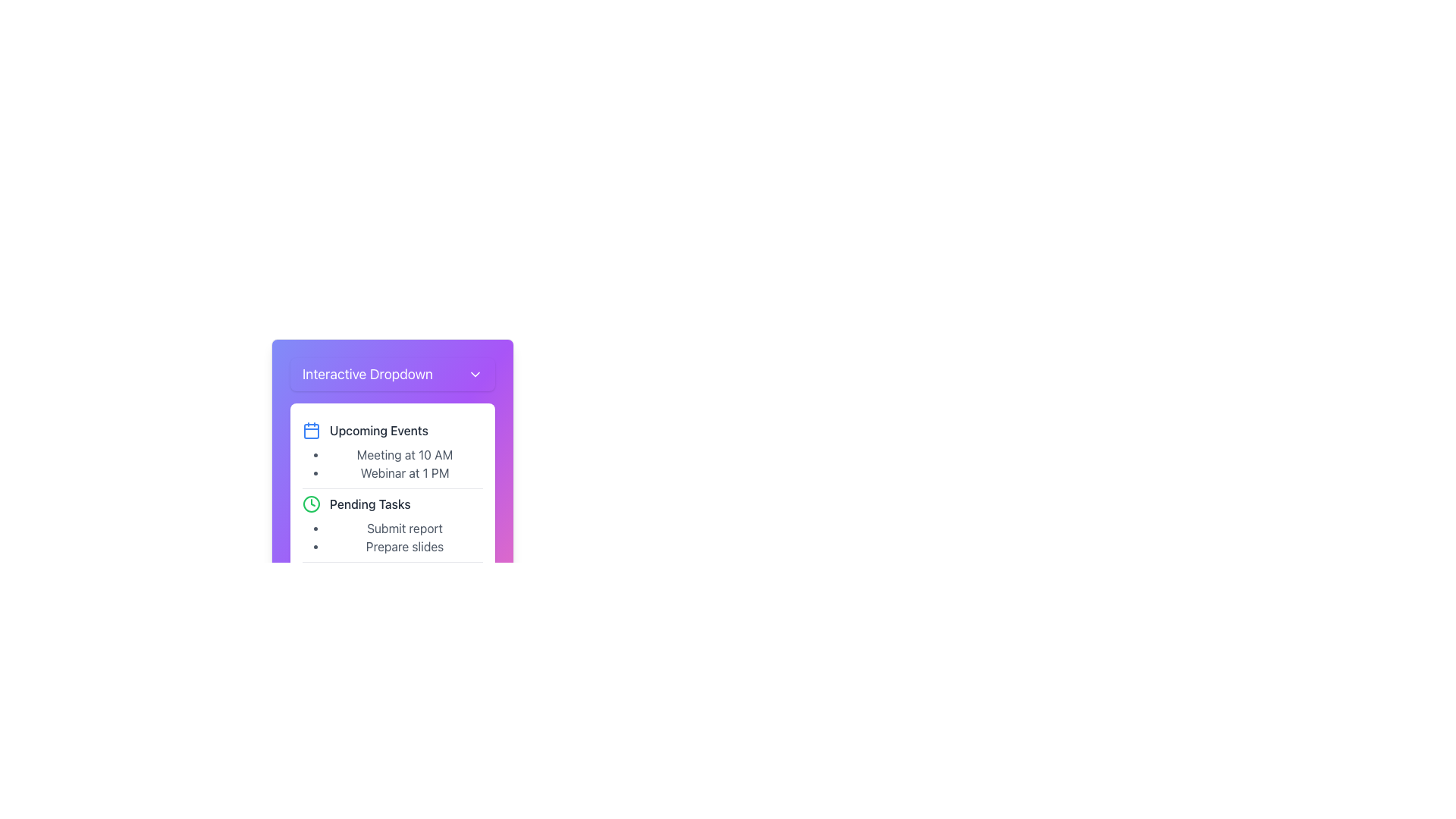 Image resolution: width=1456 pixels, height=819 pixels. Describe the element at coordinates (311, 430) in the screenshot. I see `the blue outline calendar icon positioned to the left of the 'Upcoming Events' text in the drop-down interface` at that location.